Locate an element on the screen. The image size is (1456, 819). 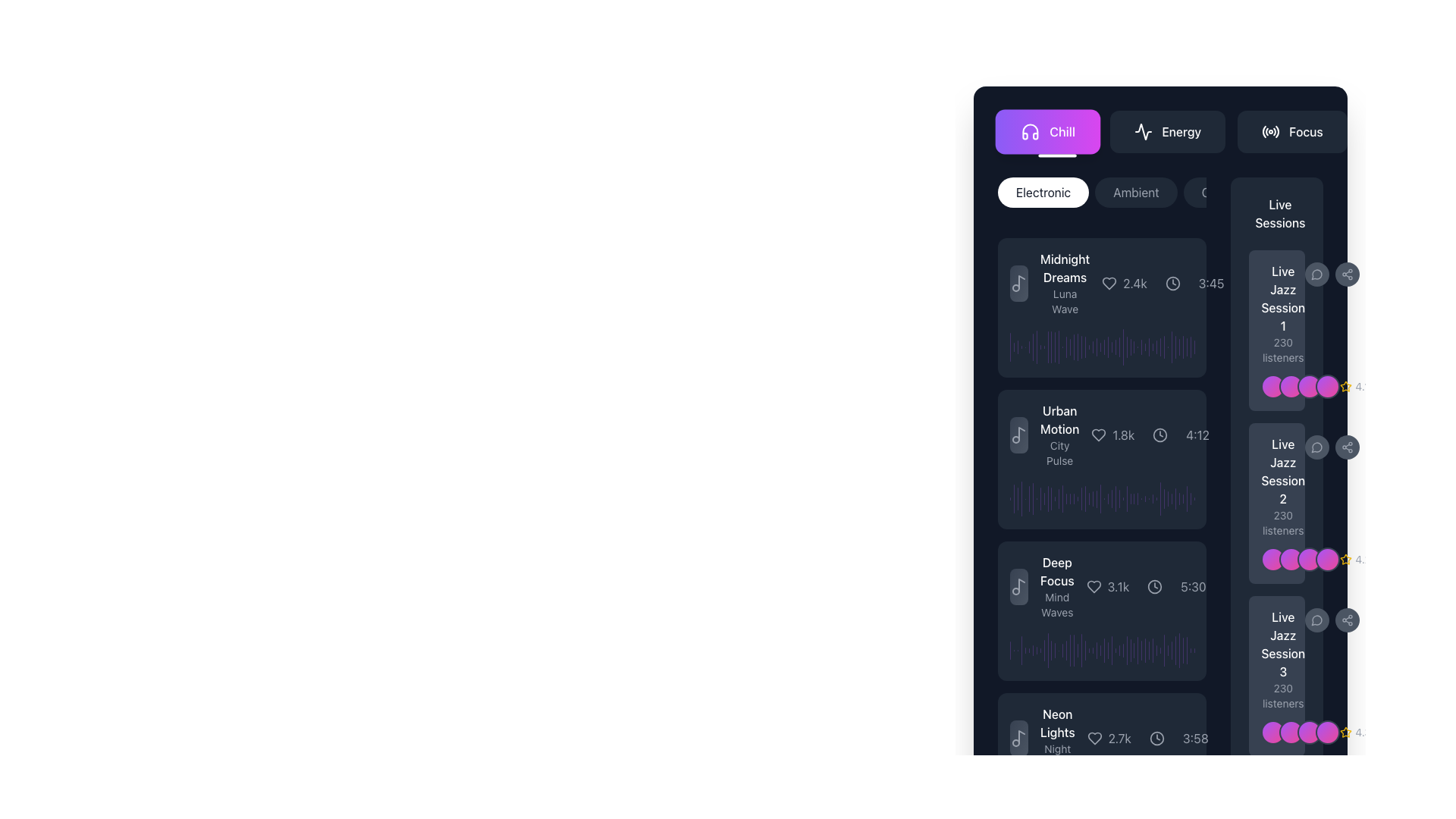
the text label displaying '230' listeners, which is located at the bottom of the card for 'Live Jazz Session 2' in the 'Live Sessions' column on the right-hand side of the interface is located at coordinates (1282, 522).